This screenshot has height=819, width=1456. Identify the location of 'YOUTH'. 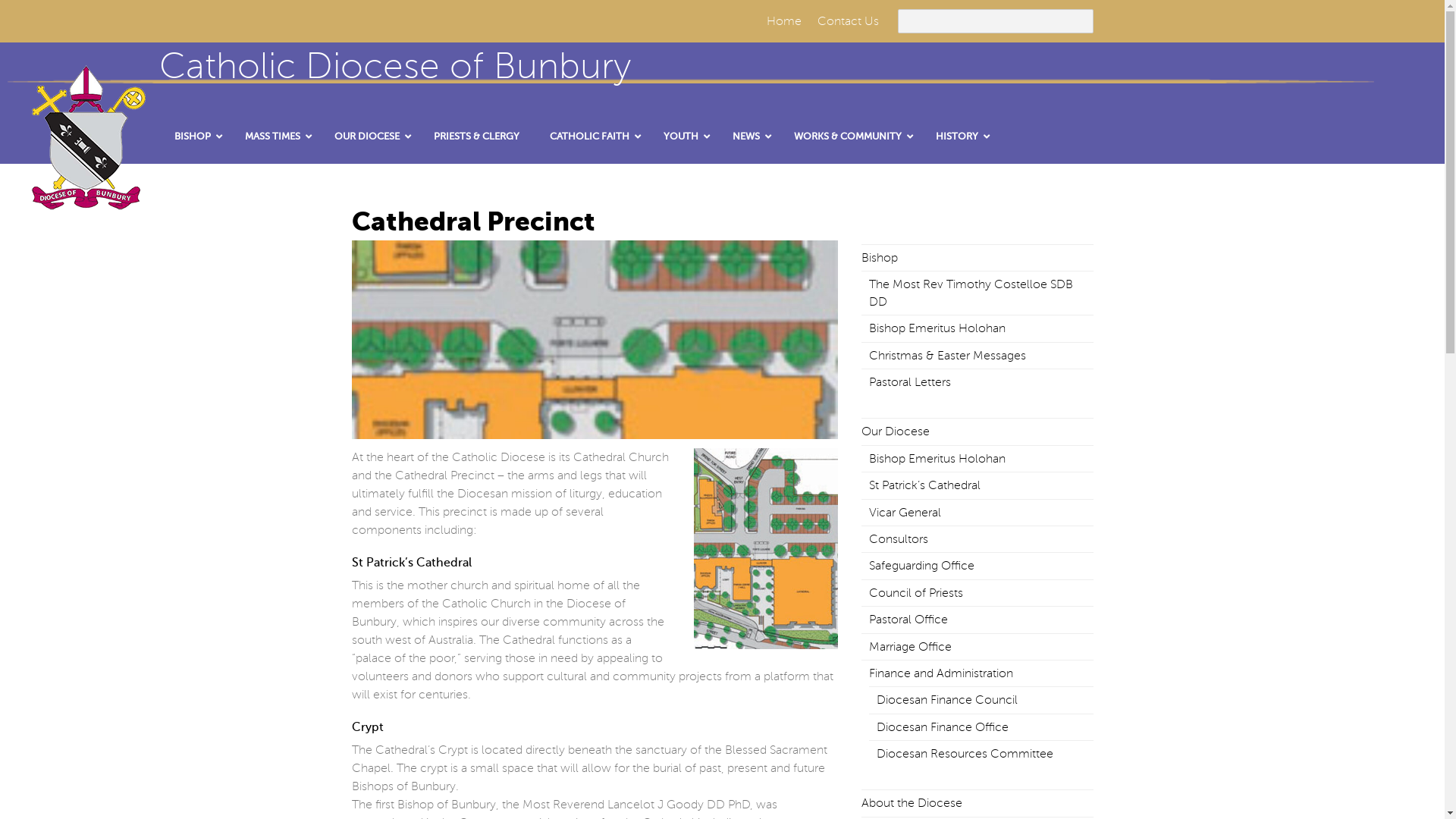
(682, 135).